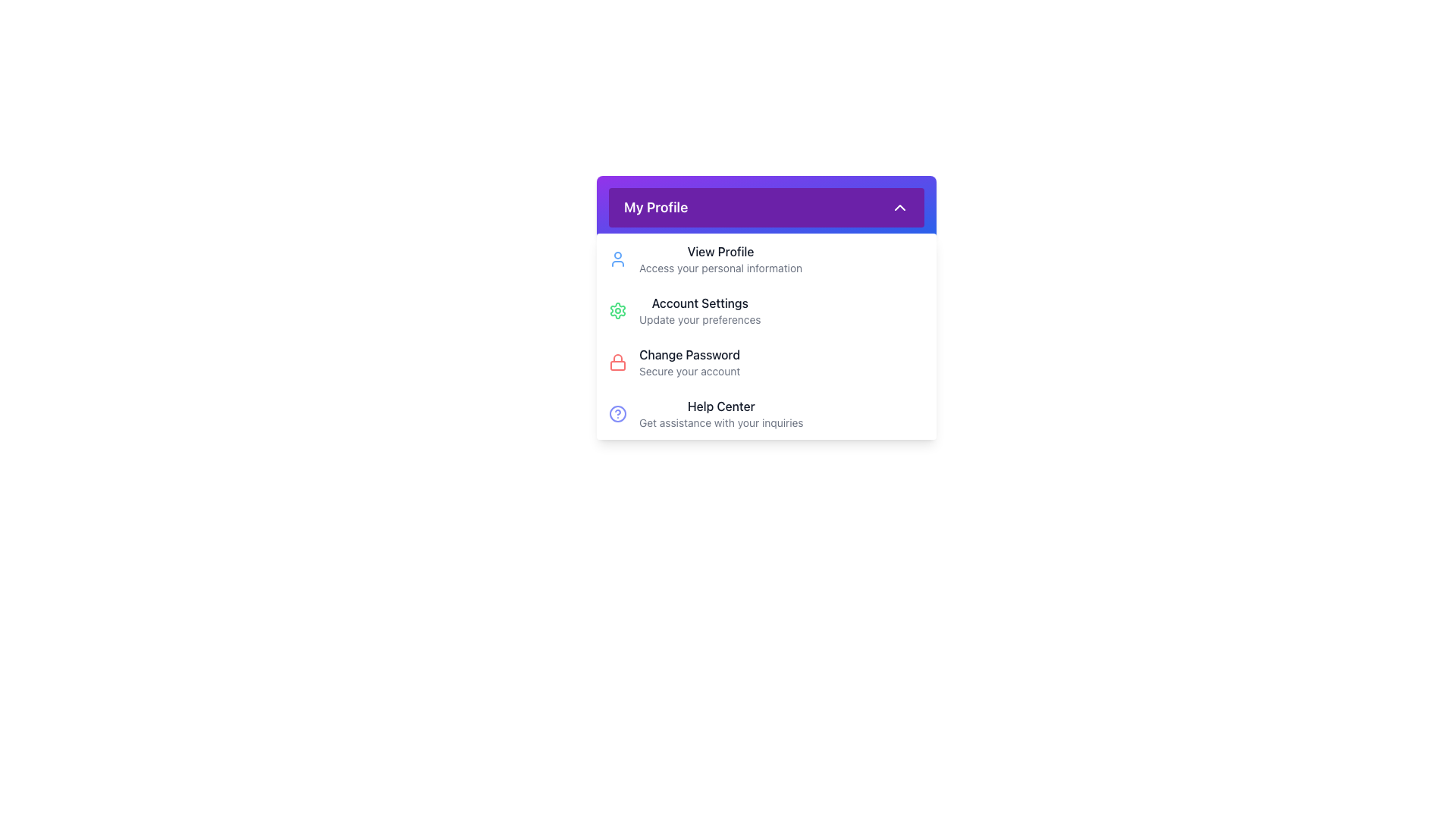 The height and width of the screenshot is (819, 1456). Describe the element at coordinates (618, 414) in the screenshot. I see `the 'Help Center' icon in the dropdown menu, which is the leftmost component and serves as a visual cue` at that location.